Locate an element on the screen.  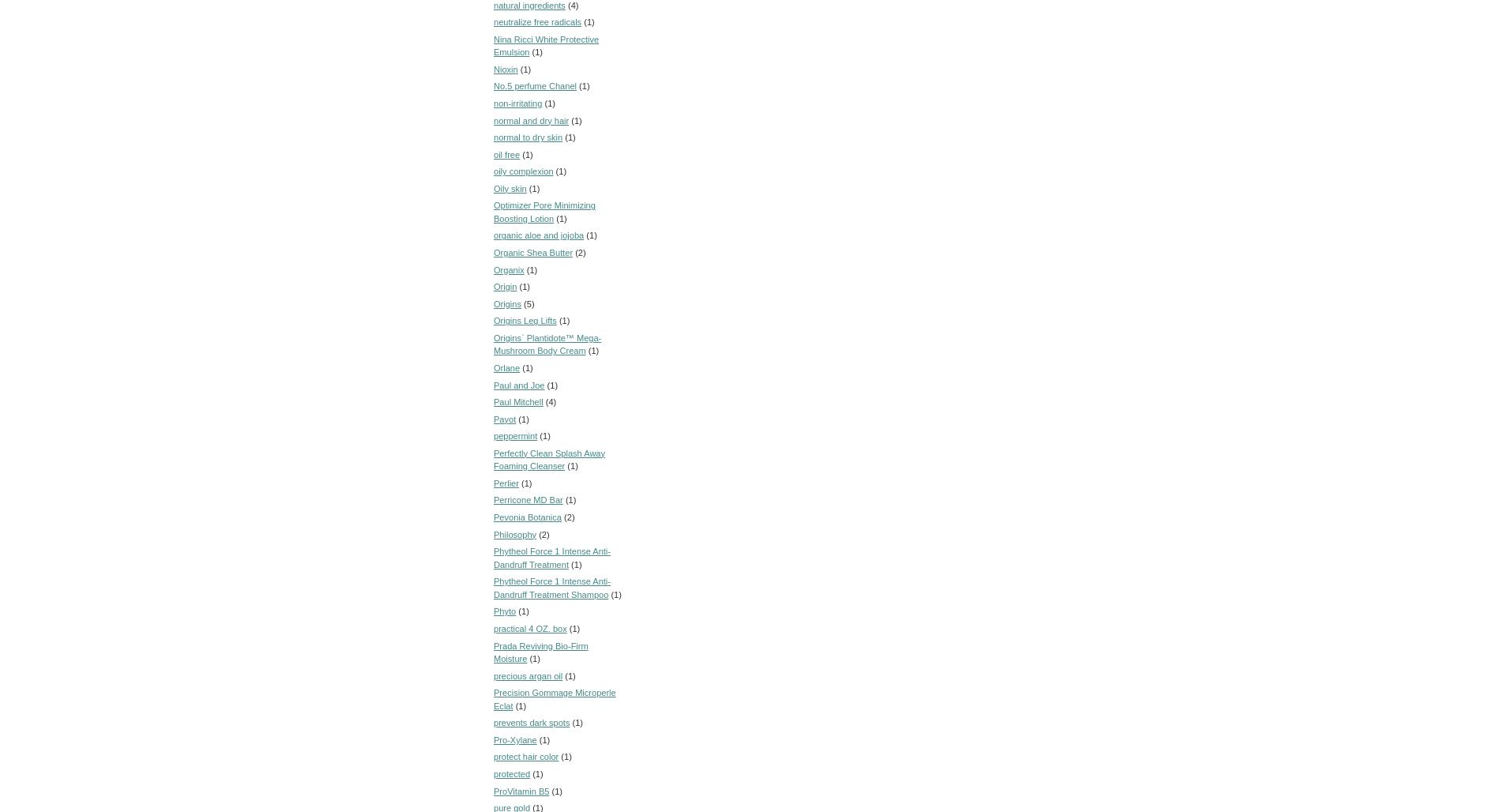
'Phytheol Force 1 Intense Anti-Dandruff Treatment' is located at coordinates (493, 558).